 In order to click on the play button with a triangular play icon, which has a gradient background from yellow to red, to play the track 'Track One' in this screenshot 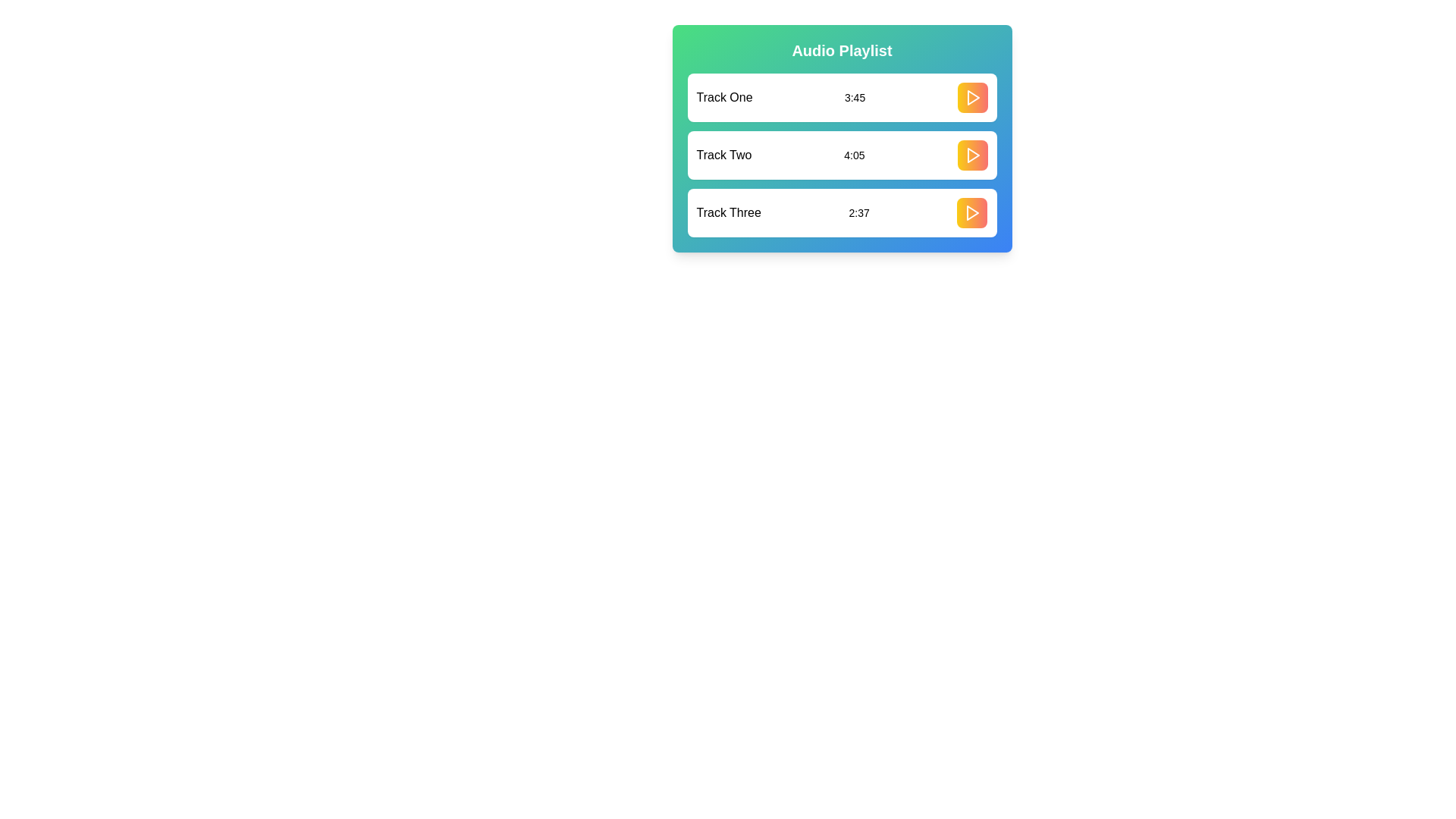, I will do `click(972, 97)`.